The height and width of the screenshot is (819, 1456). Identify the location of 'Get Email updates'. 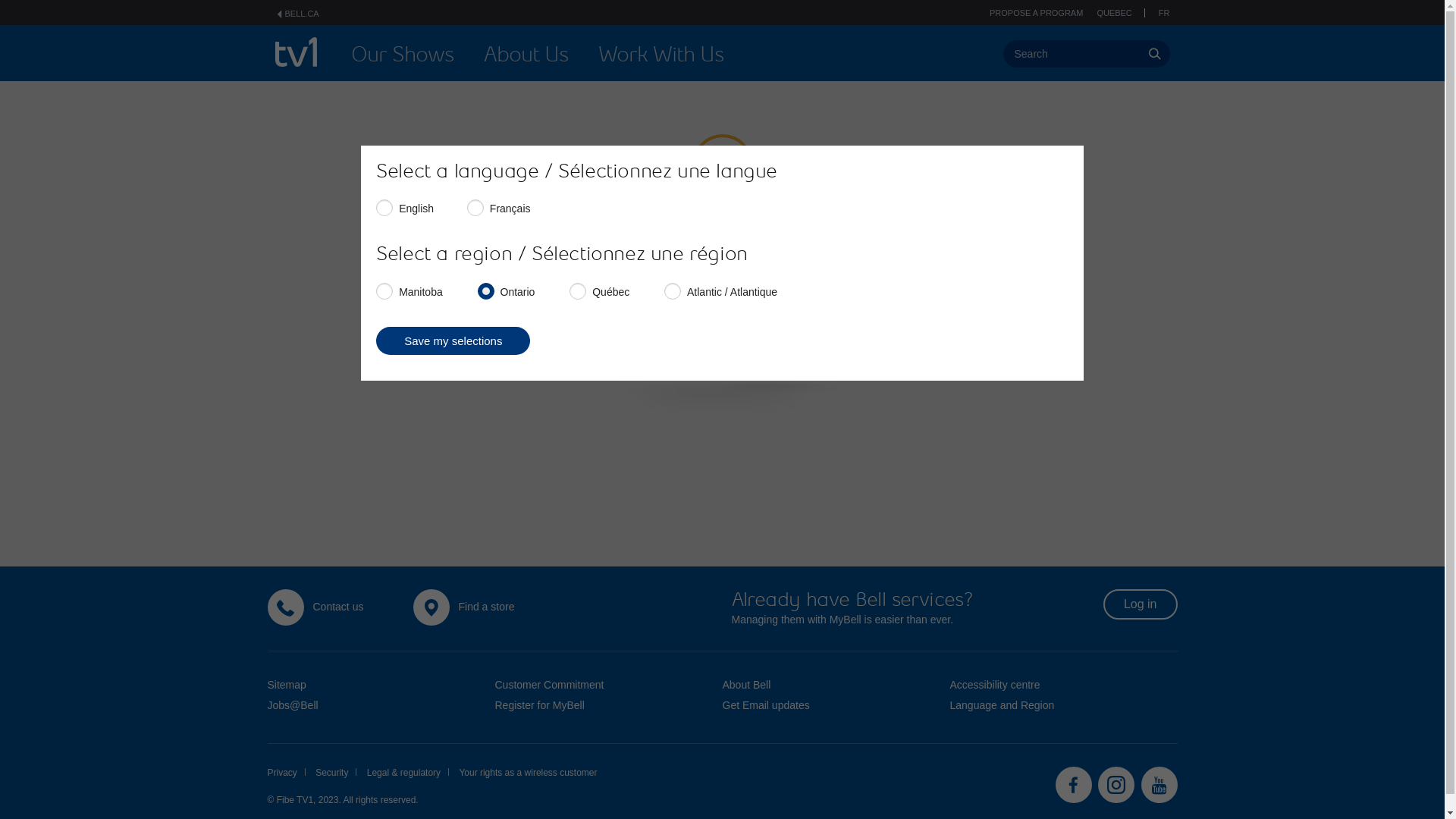
(765, 704).